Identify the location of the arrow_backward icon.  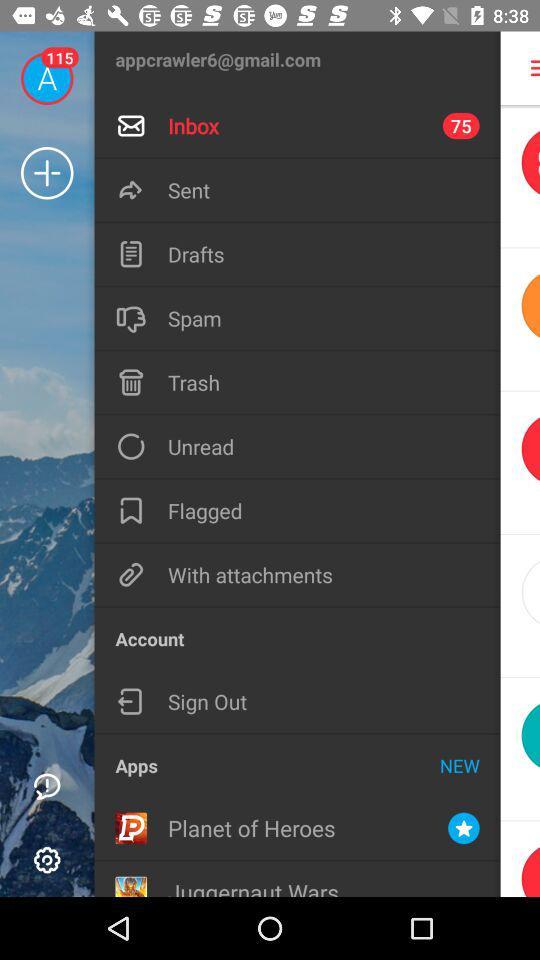
(520, 463).